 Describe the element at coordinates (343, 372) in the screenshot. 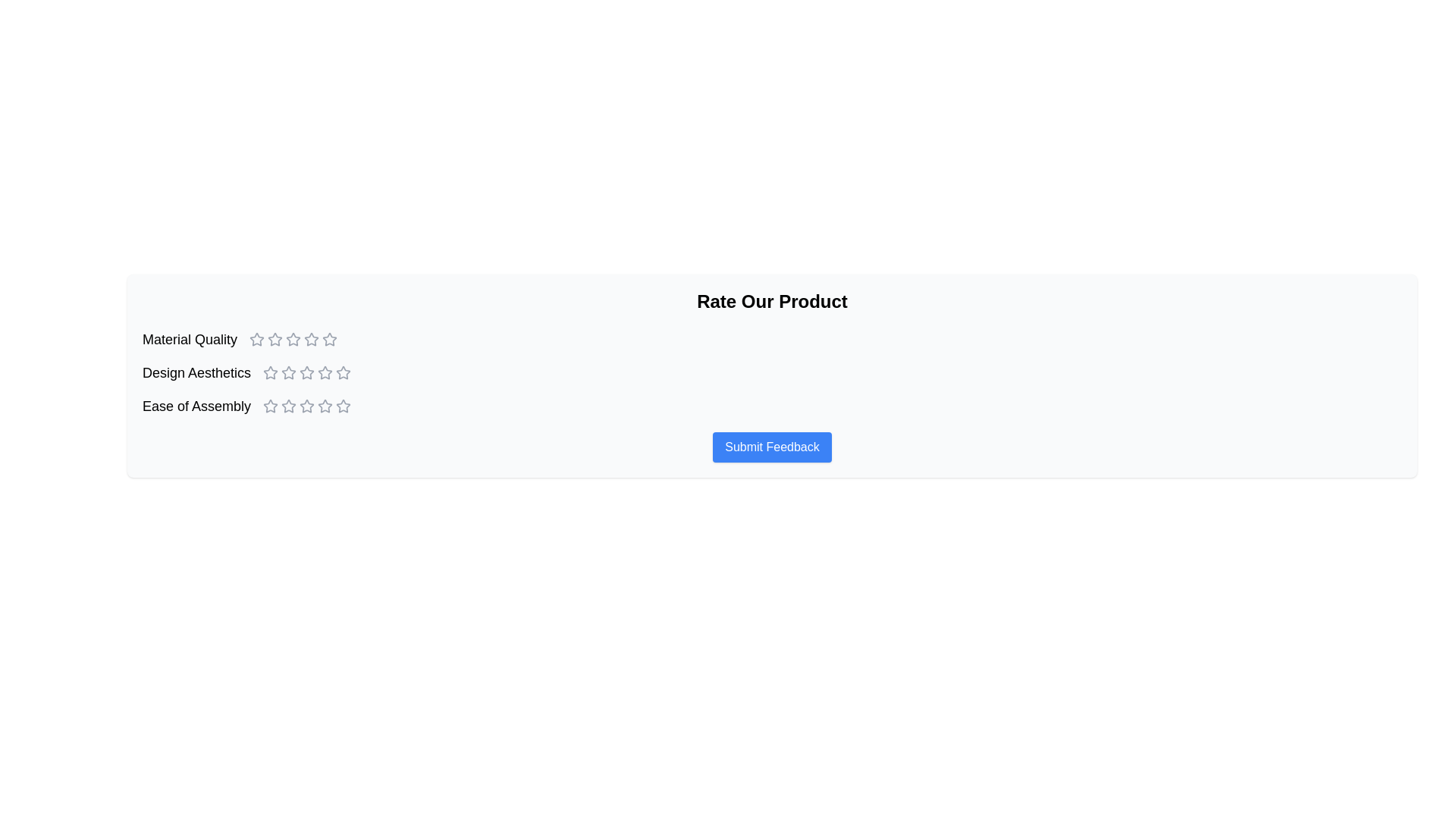

I see `the second star in the five-star rating component for 'Design Aesthetics'` at that location.